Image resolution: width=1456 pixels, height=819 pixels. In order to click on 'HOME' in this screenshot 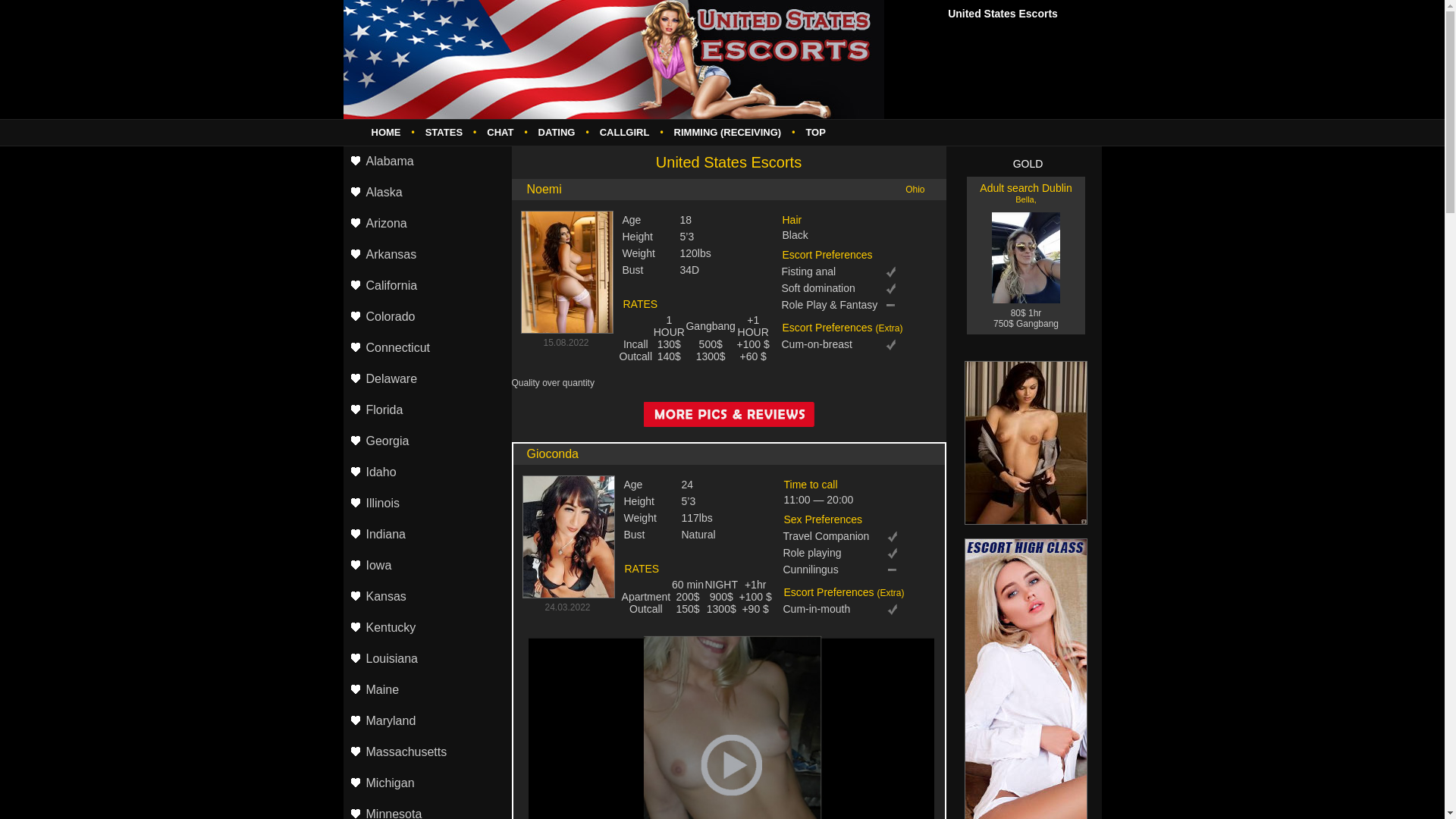, I will do `click(364, 131)`.